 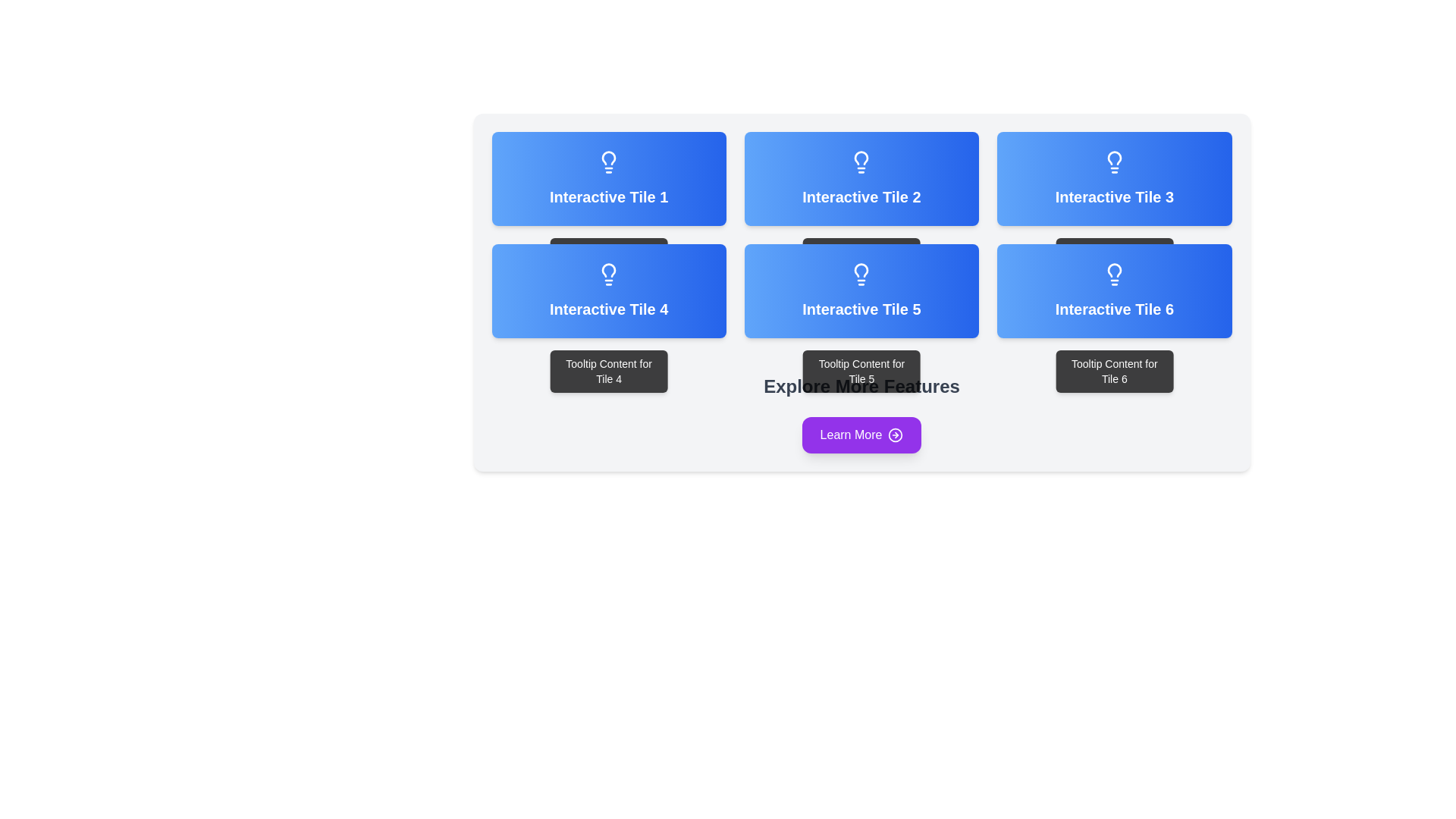 I want to click on the lightbulb-shaped icon located in the top-middle section of 'Interactive Tile 6', which has a white design on a gradient blue background, so click(x=1114, y=275).